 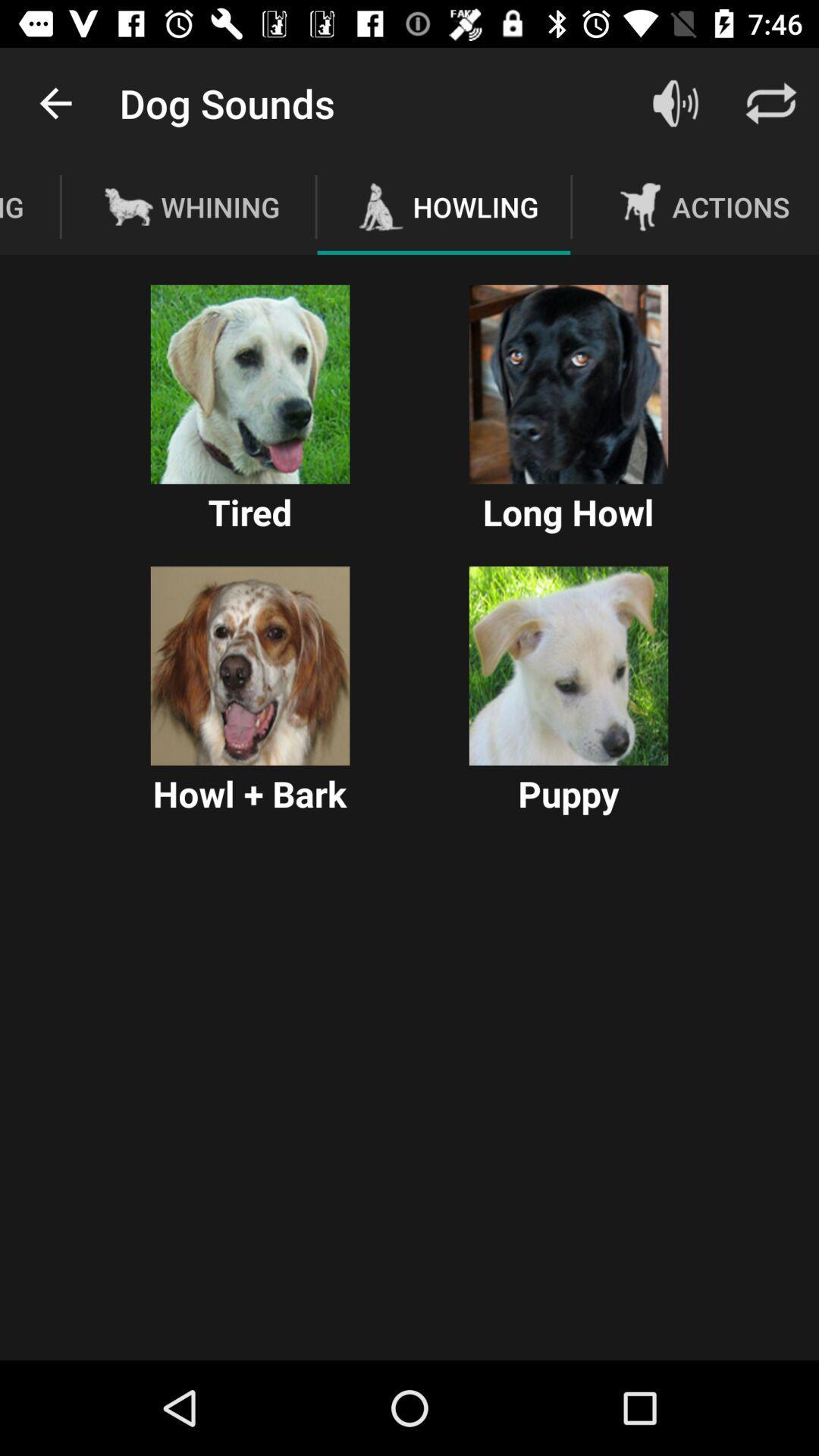 What do you see at coordinates (249, 666) in the screenshot?
I see `howl bark sound` at bounding box center [249, 666].